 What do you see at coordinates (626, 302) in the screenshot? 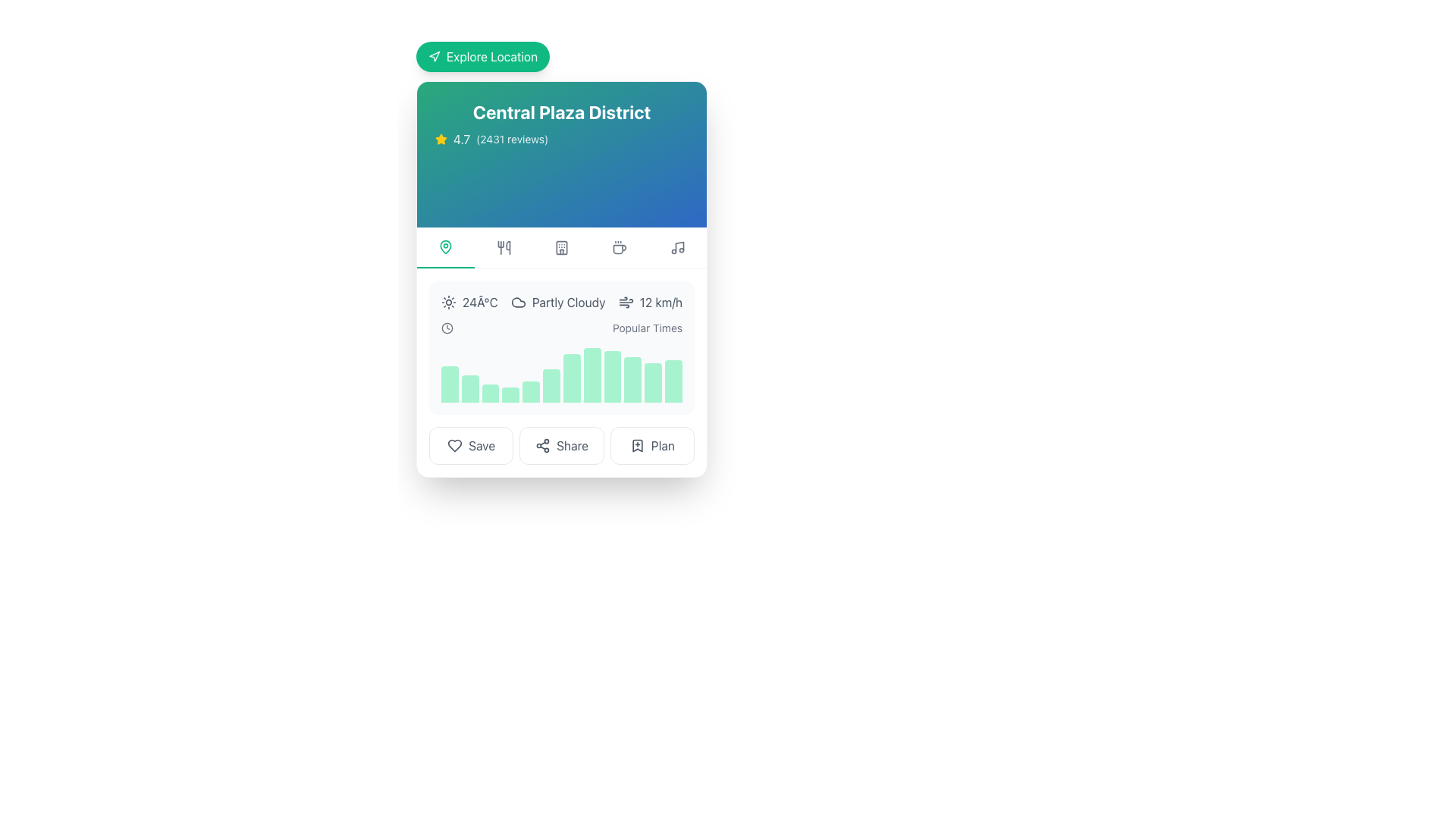
I see `the wind icon, represented by stylized lines indicating movement` at bounding box center [626, 302].